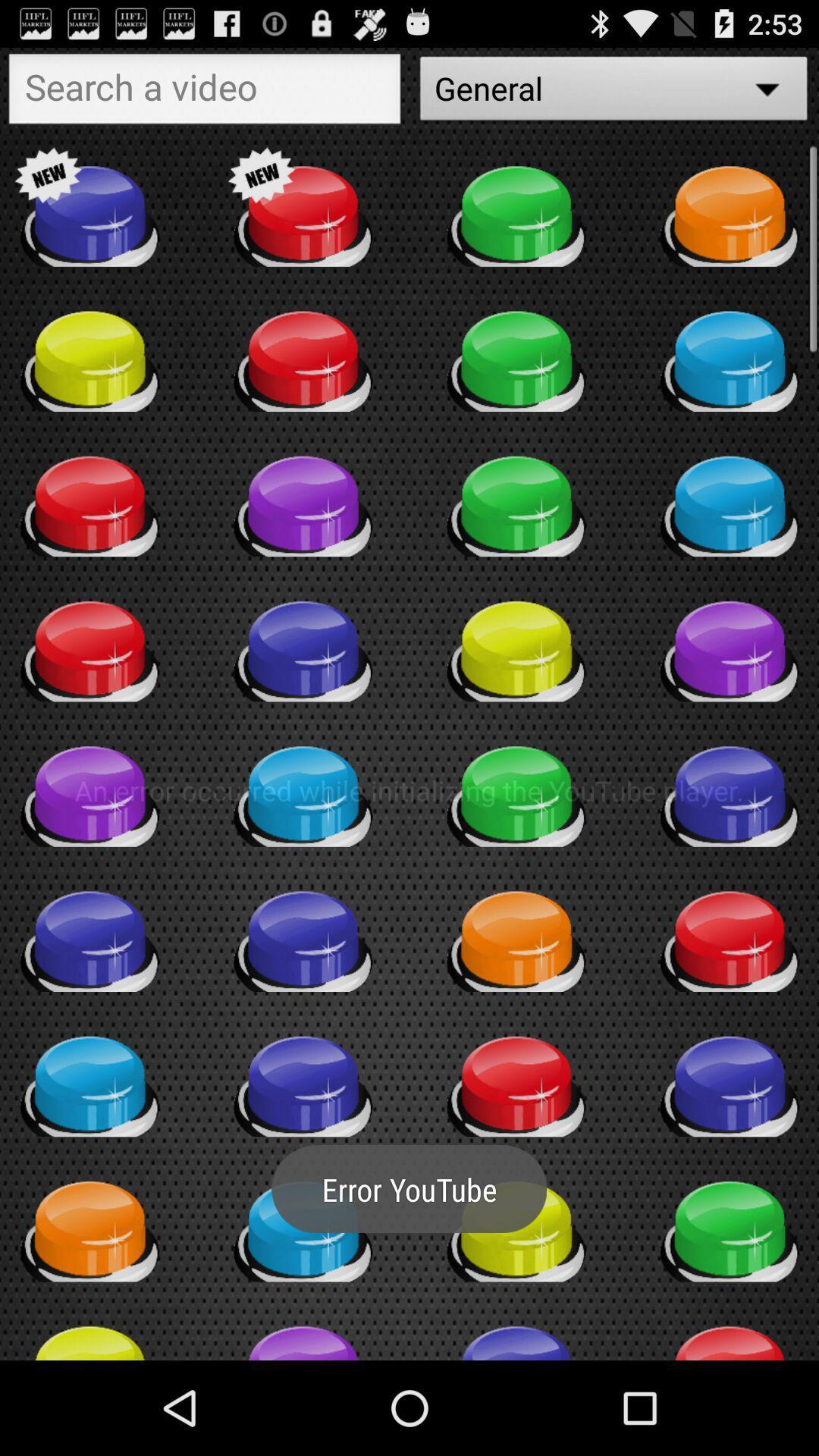 The image size is (819, 1456). I want to click on type in search bar, so click(205, 92).